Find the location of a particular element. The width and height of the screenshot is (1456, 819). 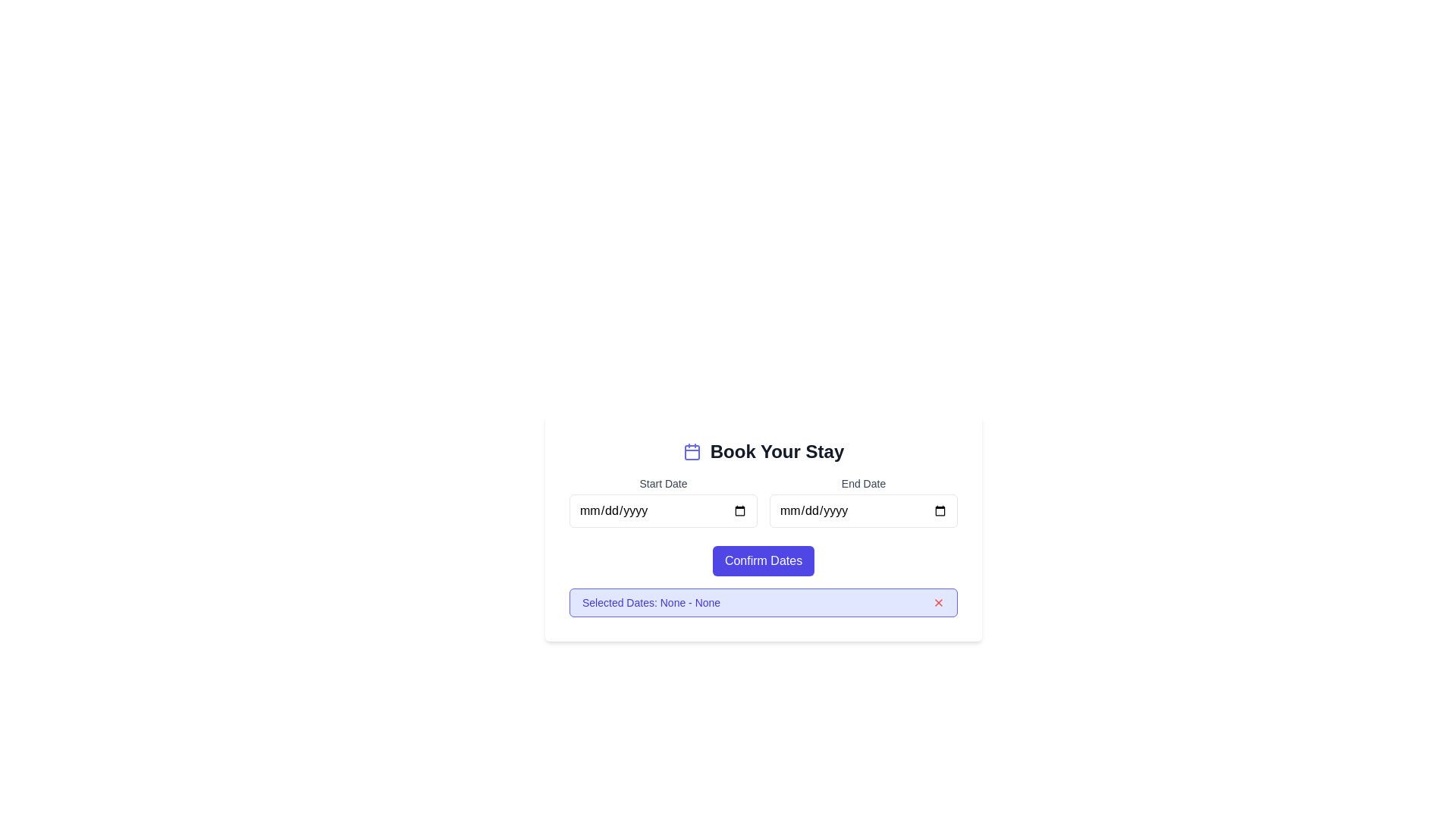

the SVG Rectangle that represents the body of the calendar icon, which is located above the 'Book Your Stay' heading and is centrally aligned within the interface is located at coordinates (691, 452).